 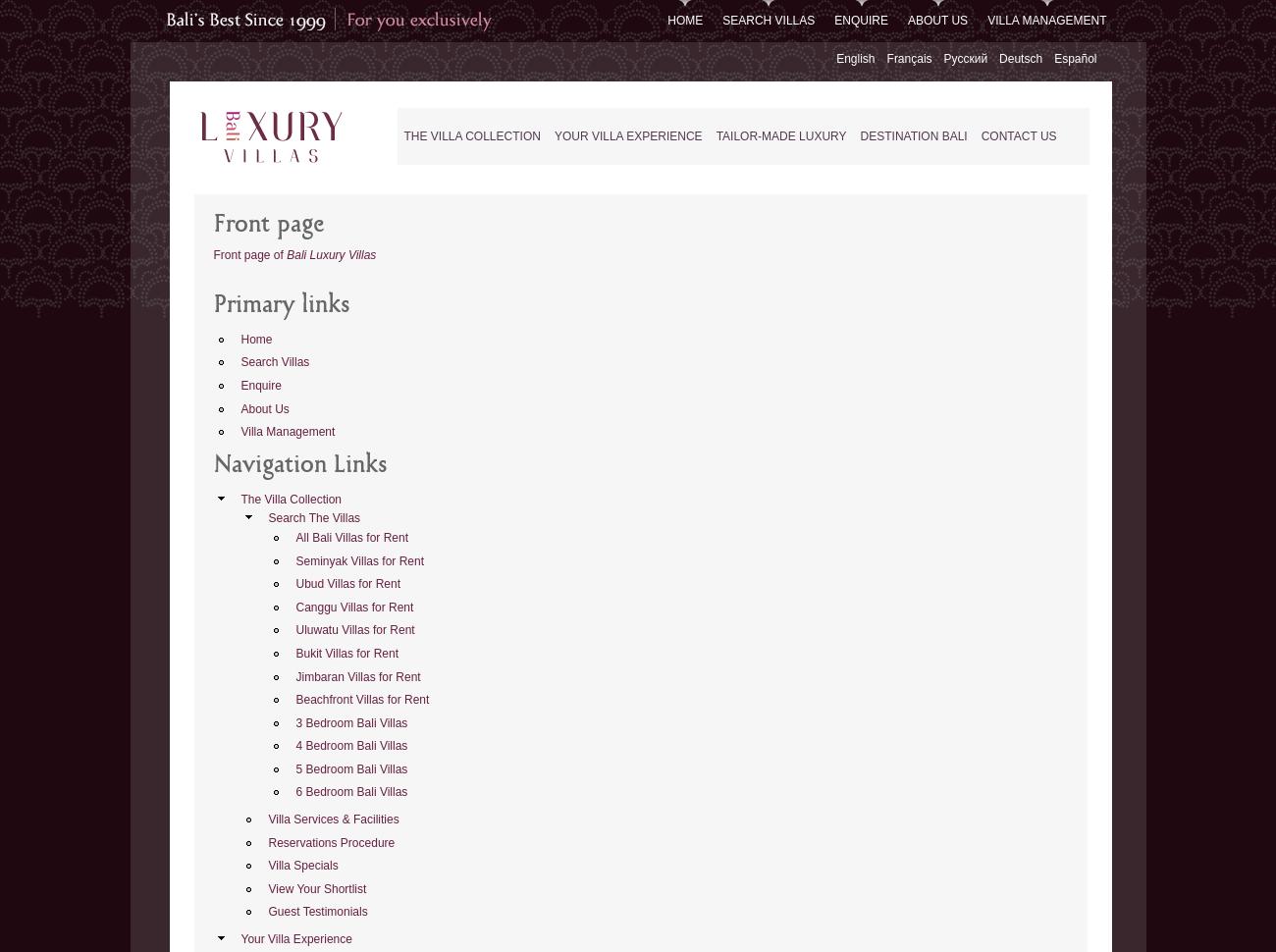 I want to click on 'Villa Services & Facilities', so click(x=332, y=818).